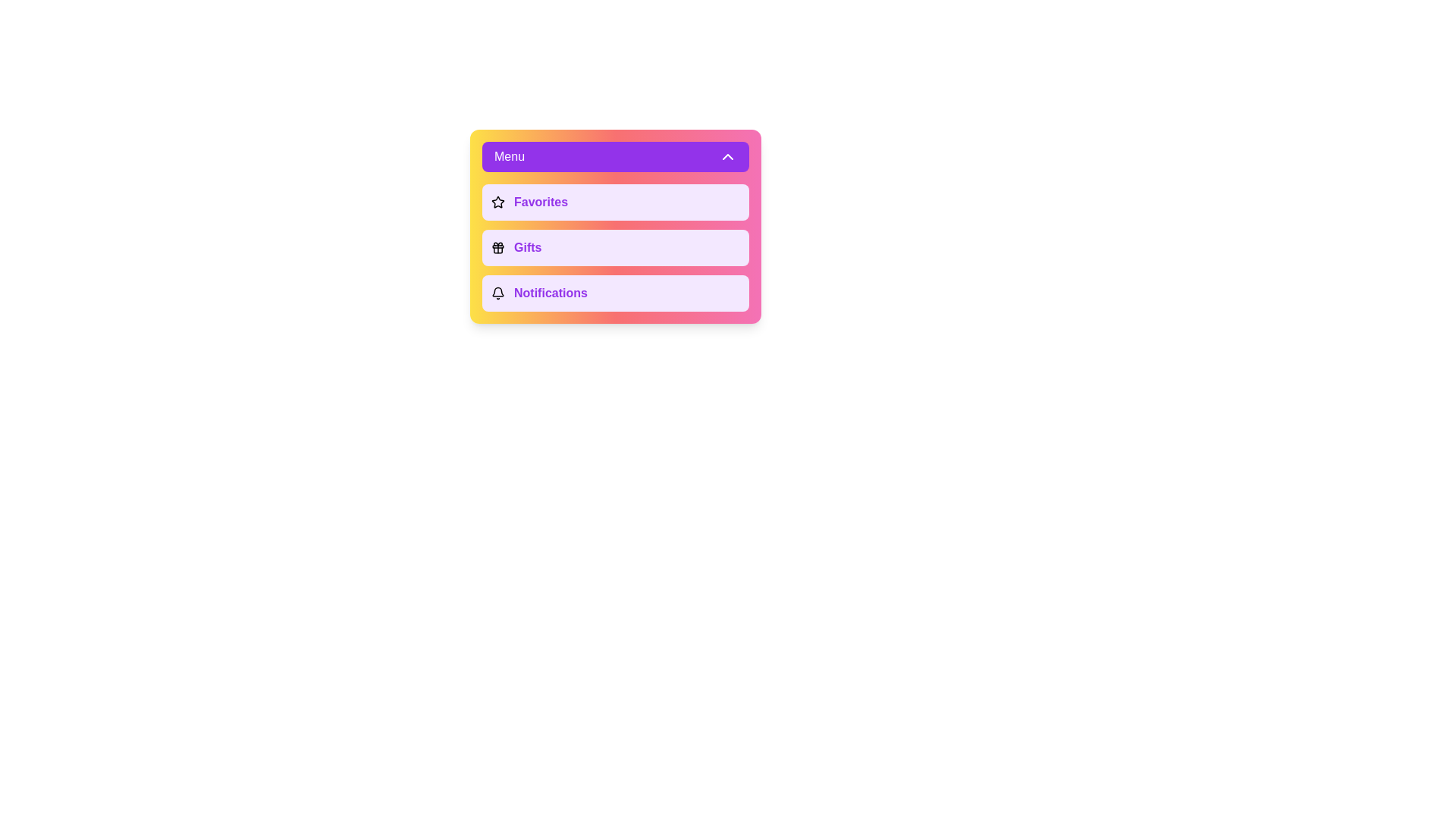 Image resolution: width=1456 pixels, height=819 pixels. Describe the element at coordinates (615, 293) in the screenshot. I see `the menu option Notifications` at that location.